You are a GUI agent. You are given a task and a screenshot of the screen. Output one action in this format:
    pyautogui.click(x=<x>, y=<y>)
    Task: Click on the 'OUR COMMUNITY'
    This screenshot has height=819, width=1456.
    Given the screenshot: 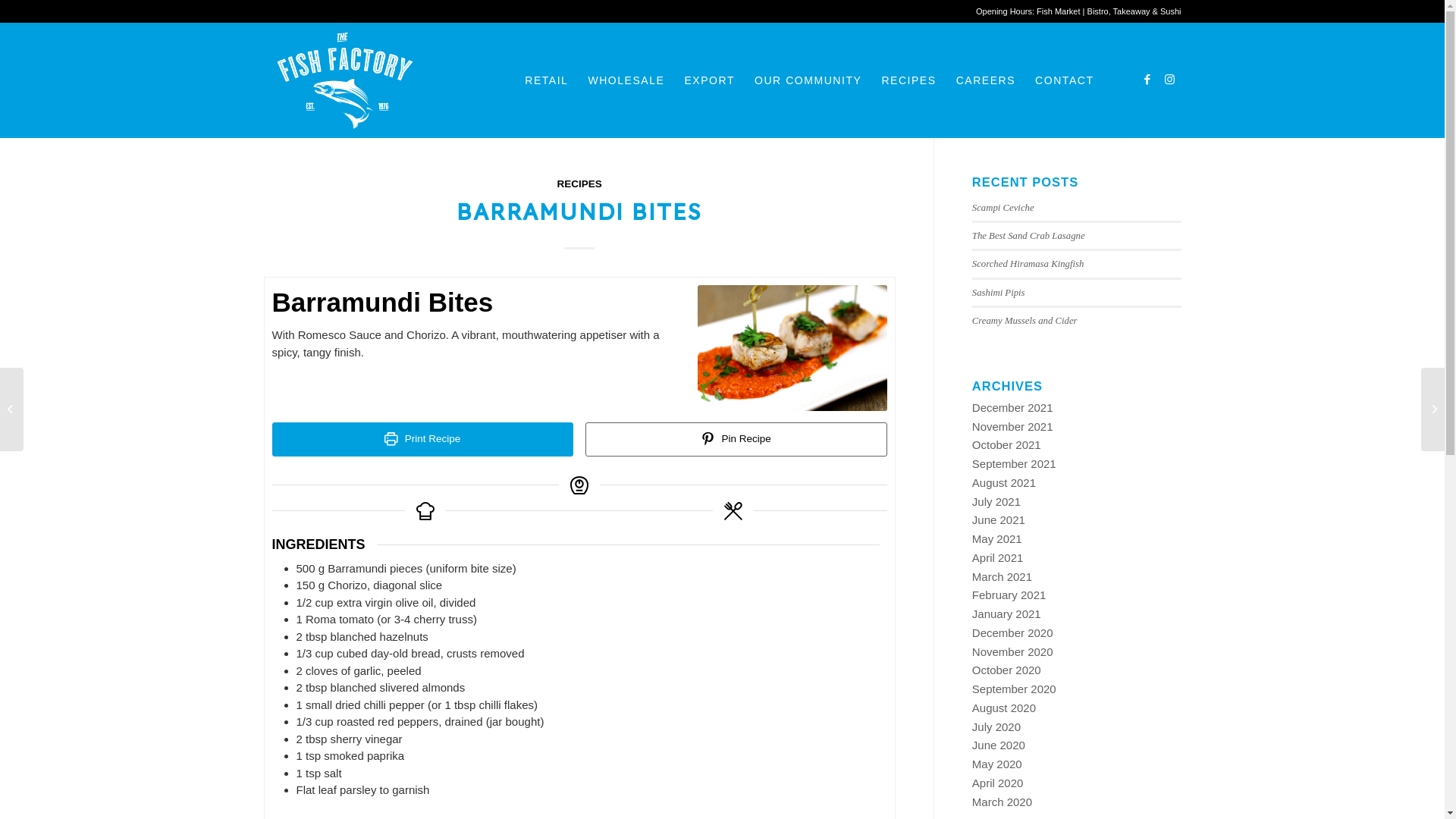 What is the action you would take?
    pyautogui.click(x=807, y=80)
    